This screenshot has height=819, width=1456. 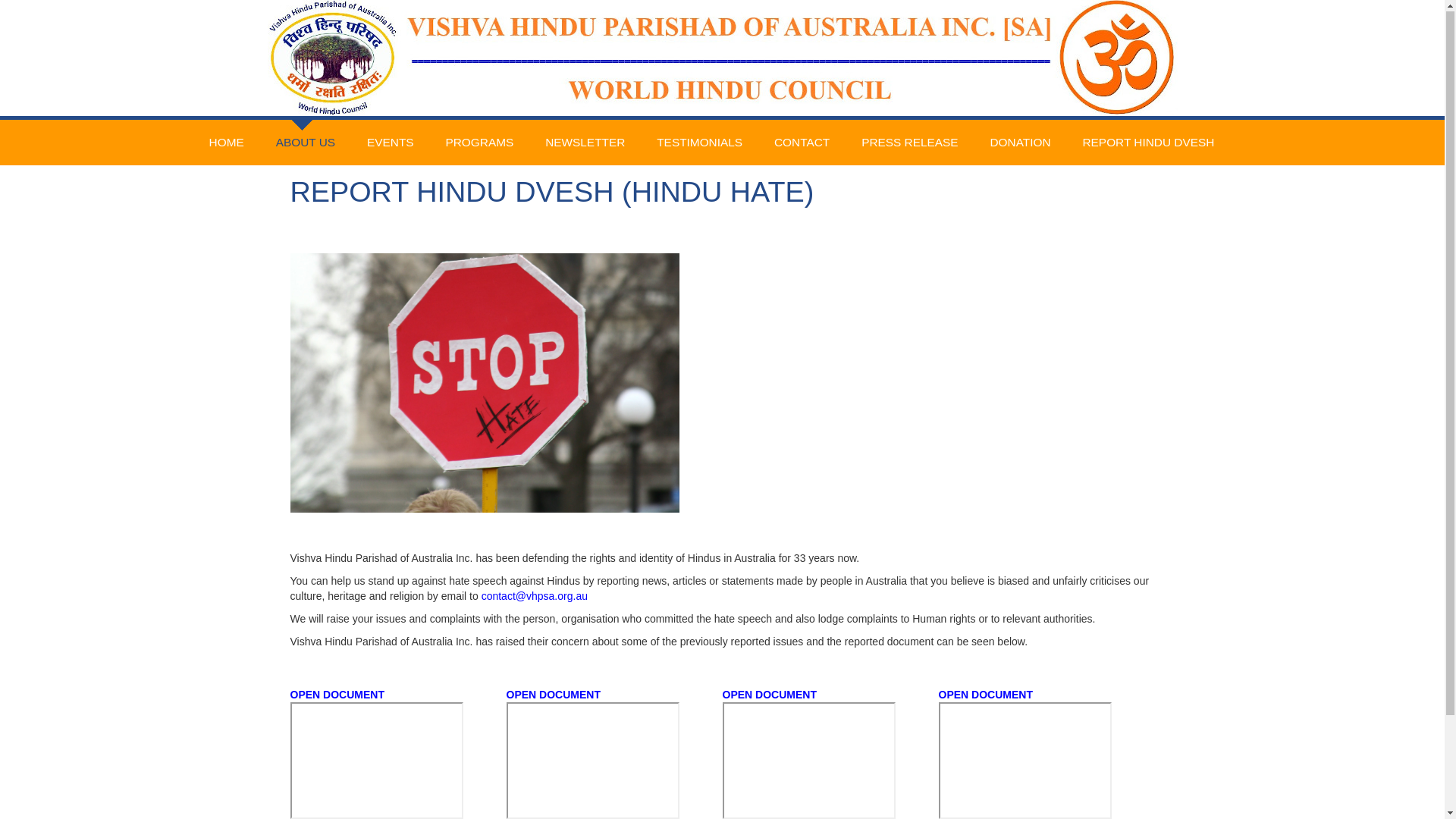 I want to click on 'HOME', so click(x=204, y=143).